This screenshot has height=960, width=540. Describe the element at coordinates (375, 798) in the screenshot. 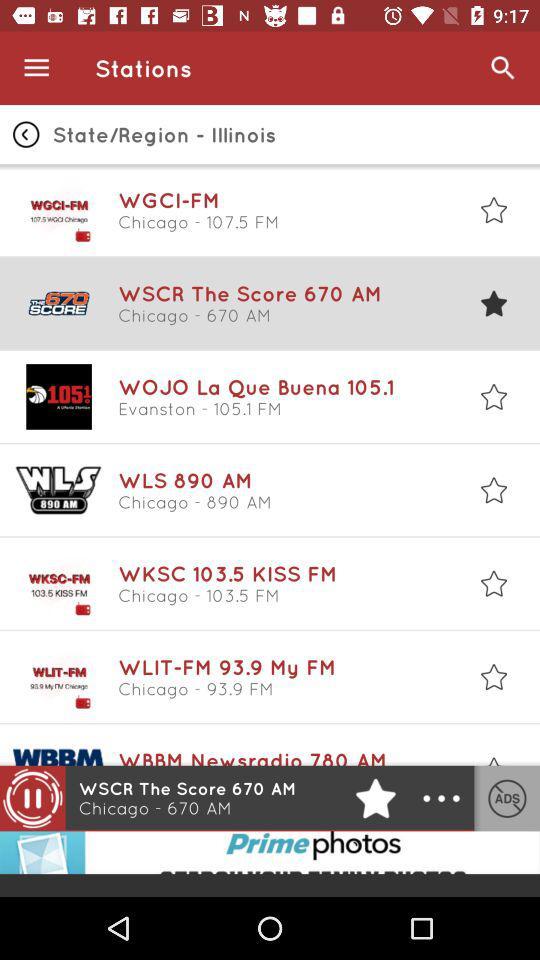

I see `the star icon` at that location.